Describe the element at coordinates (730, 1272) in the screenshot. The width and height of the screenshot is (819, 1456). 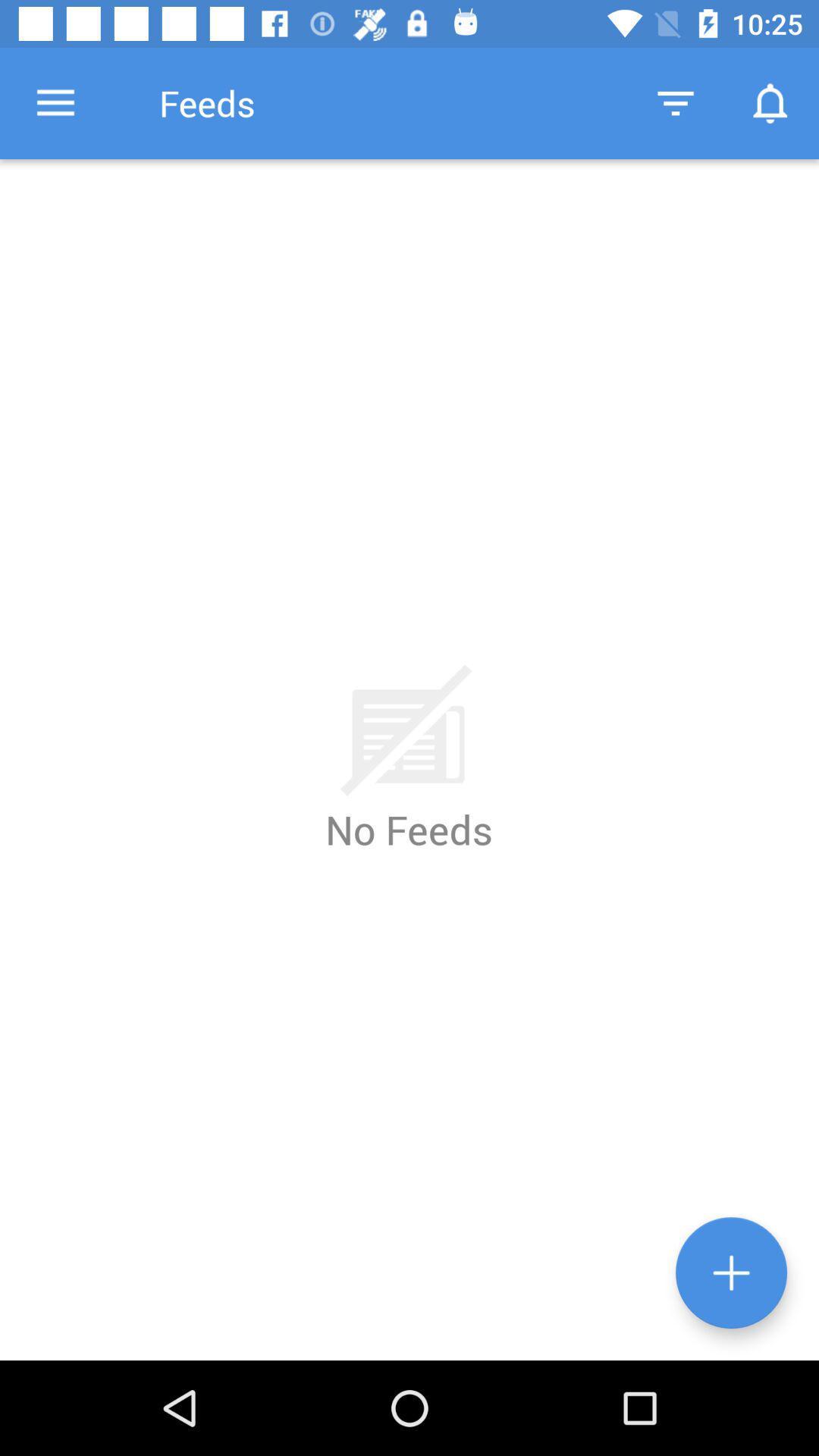
I see `the add icon` at that location.